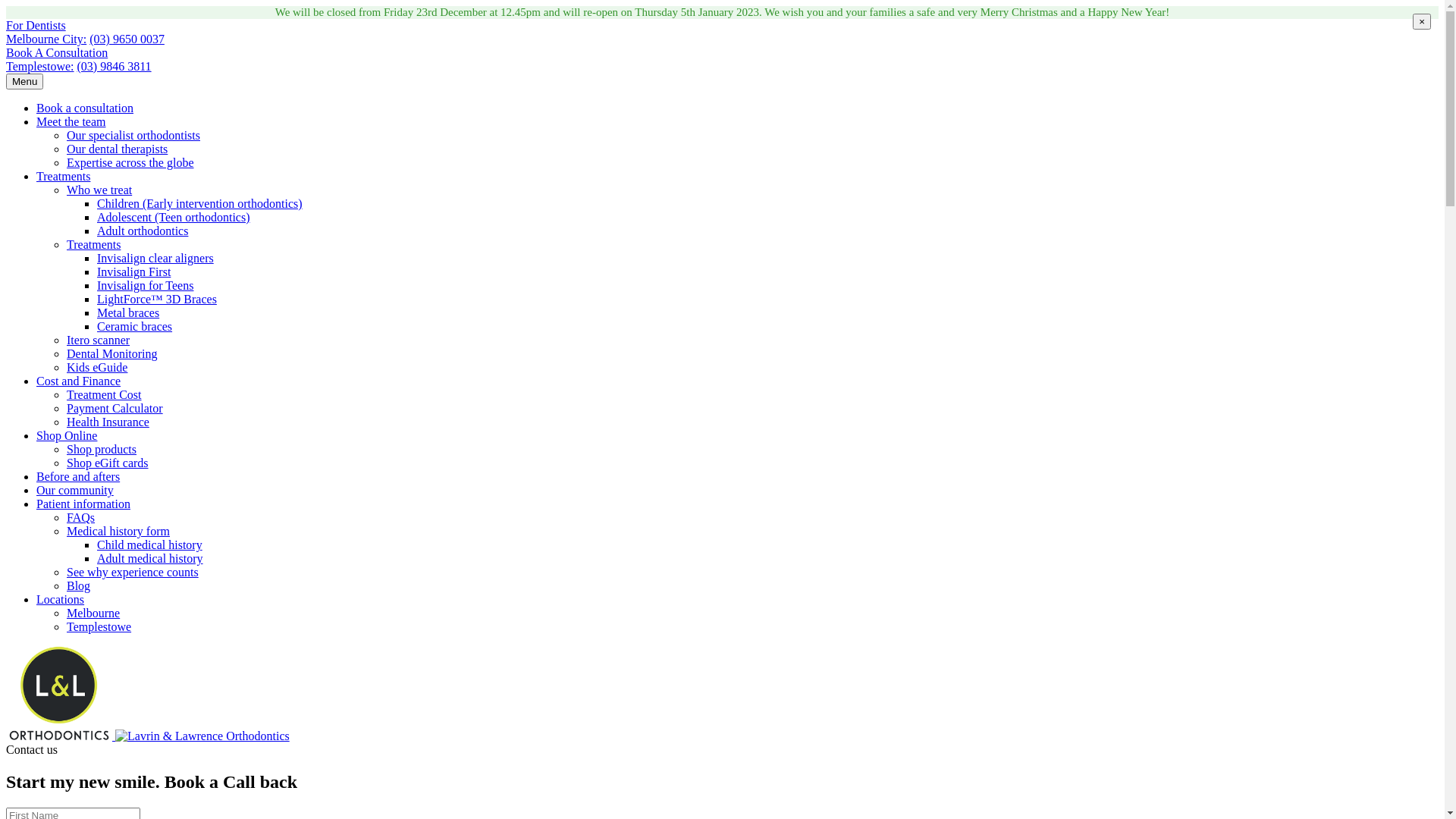  Describe the element at coordinates (65, 516) in the screenshot. I see `'FAQs'` at that location.